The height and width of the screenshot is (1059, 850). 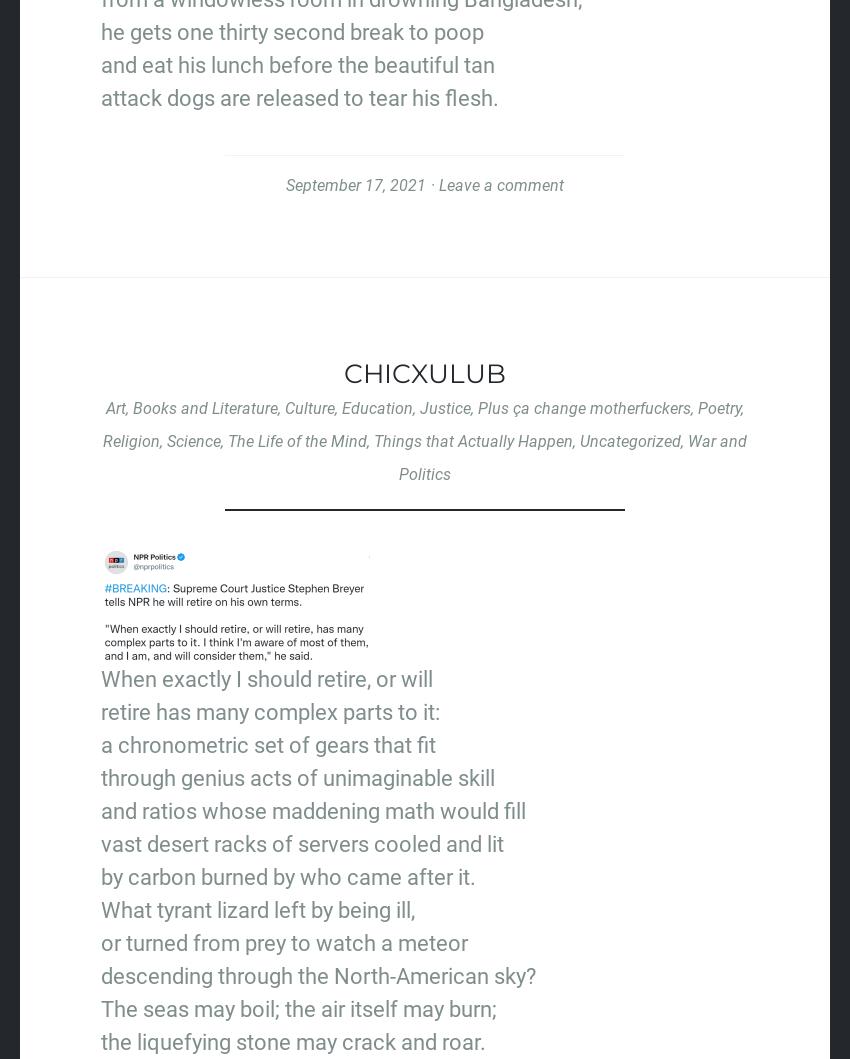 What do you see at coordinates (131, 440) in the screenshot?
I see `'Religion'` at bounding box center [131, 440].